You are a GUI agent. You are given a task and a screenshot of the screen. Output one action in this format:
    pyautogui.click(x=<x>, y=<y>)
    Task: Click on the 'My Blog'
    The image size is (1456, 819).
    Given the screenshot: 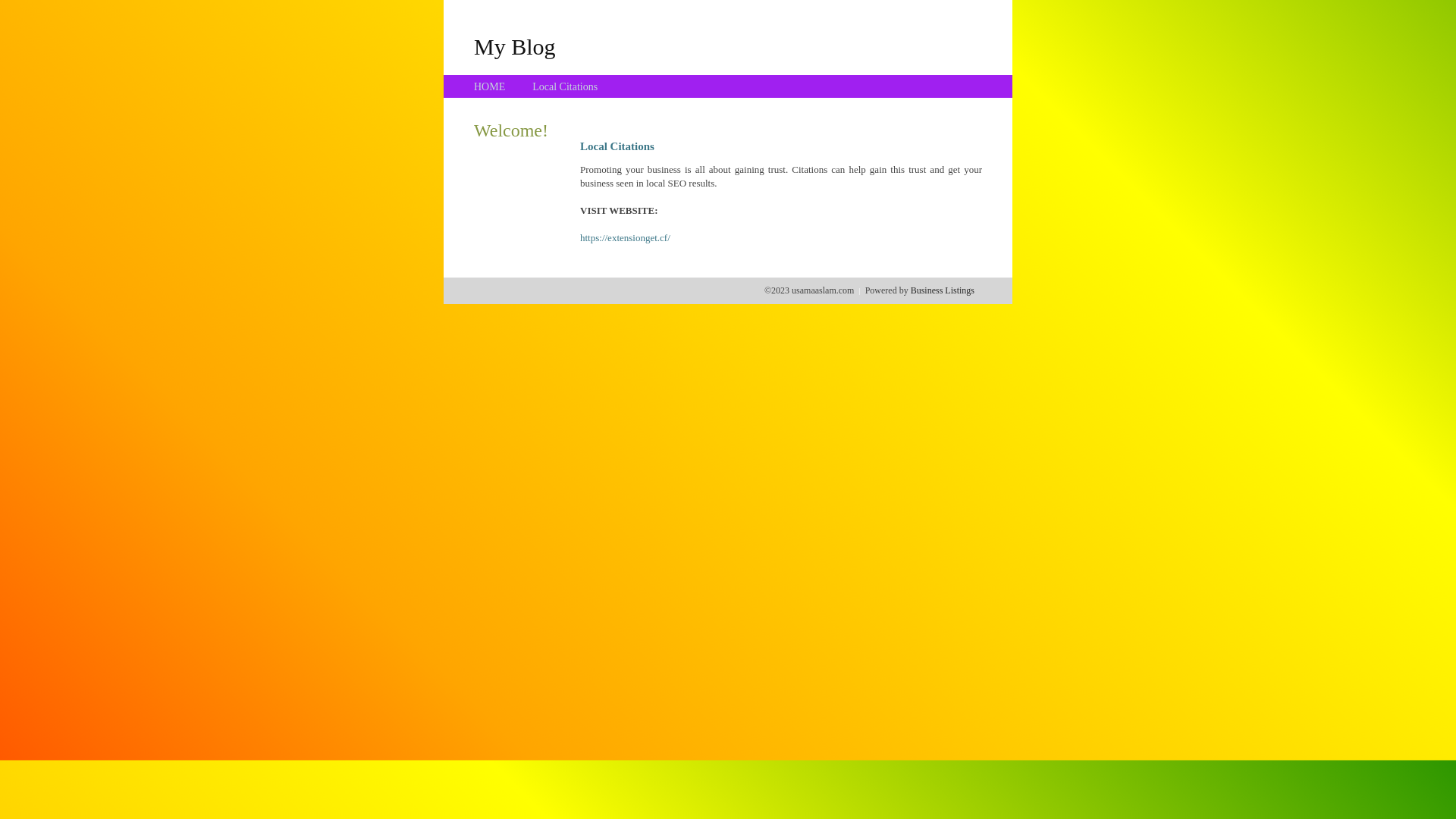 What is the action you would take?
    pyautogui.click(x=472, y=45)
    